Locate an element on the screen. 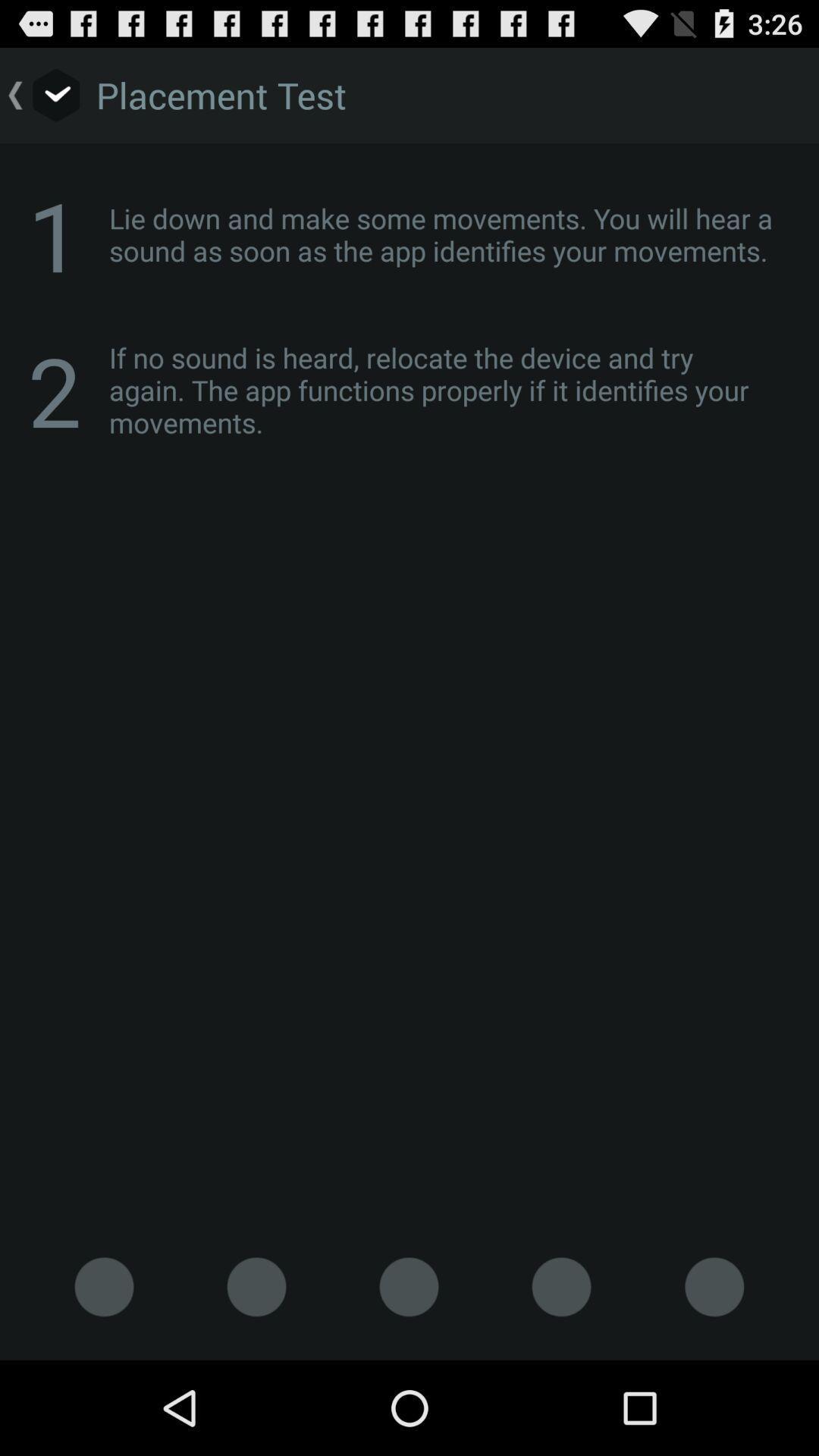 The width and height of the screenshot is (819, 1456). second circle button from the bottom left corner is located at coordinates (256, 1286).